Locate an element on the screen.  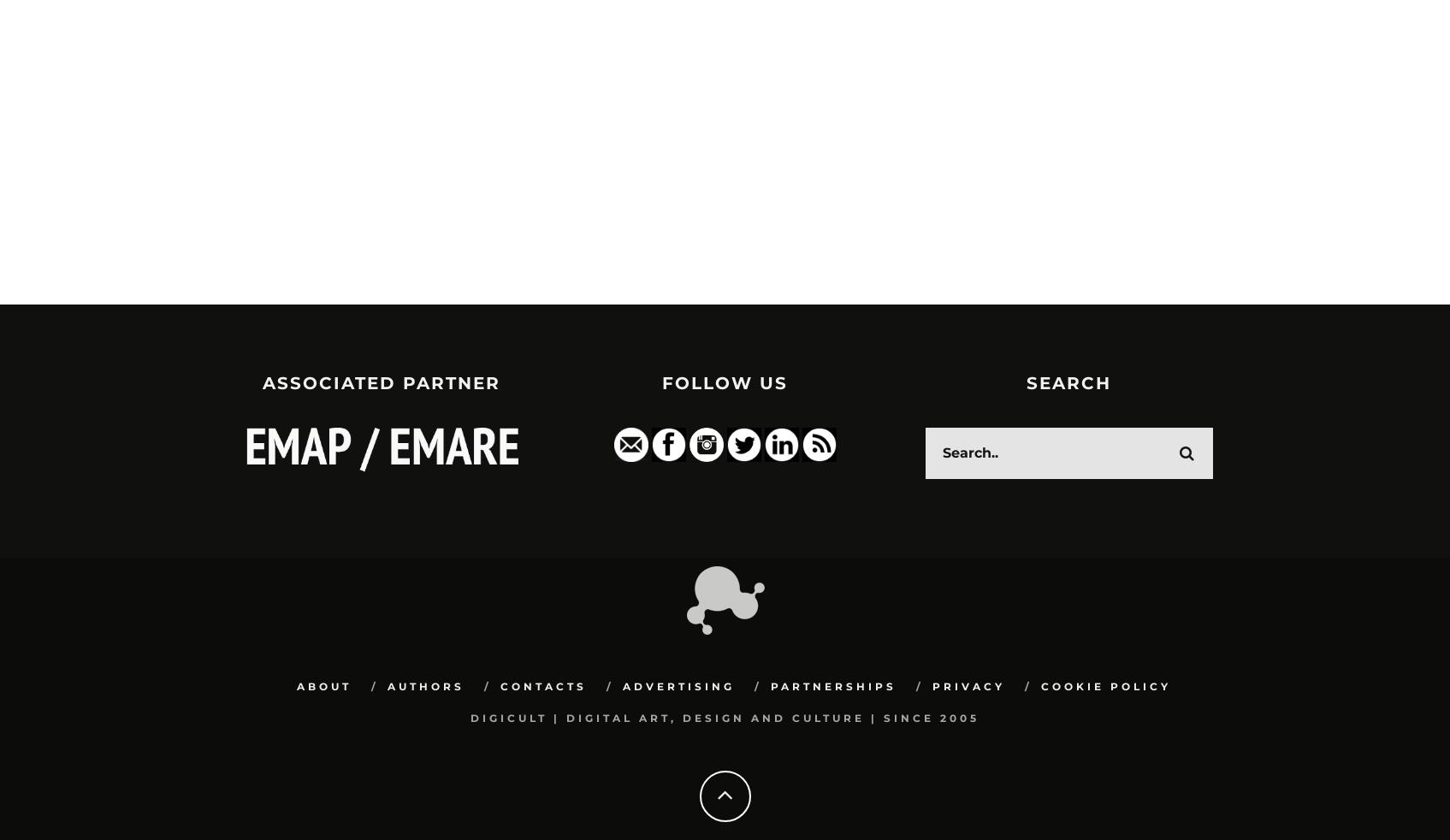
'SEARCH' is located at coordinates (1068, 382).